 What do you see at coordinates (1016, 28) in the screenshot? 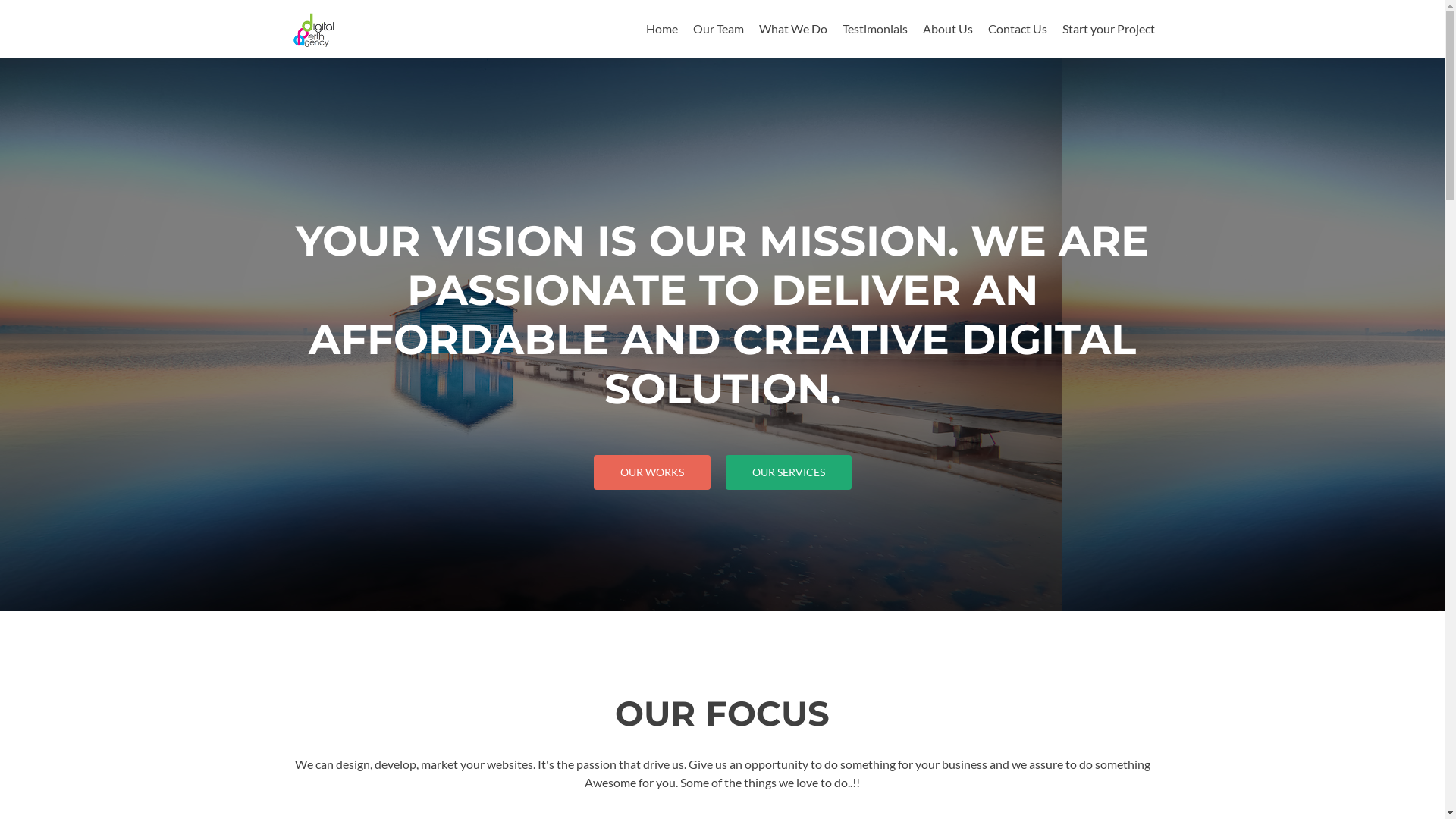
I see `'Contact Us'` at bounding box center [1016, 28].